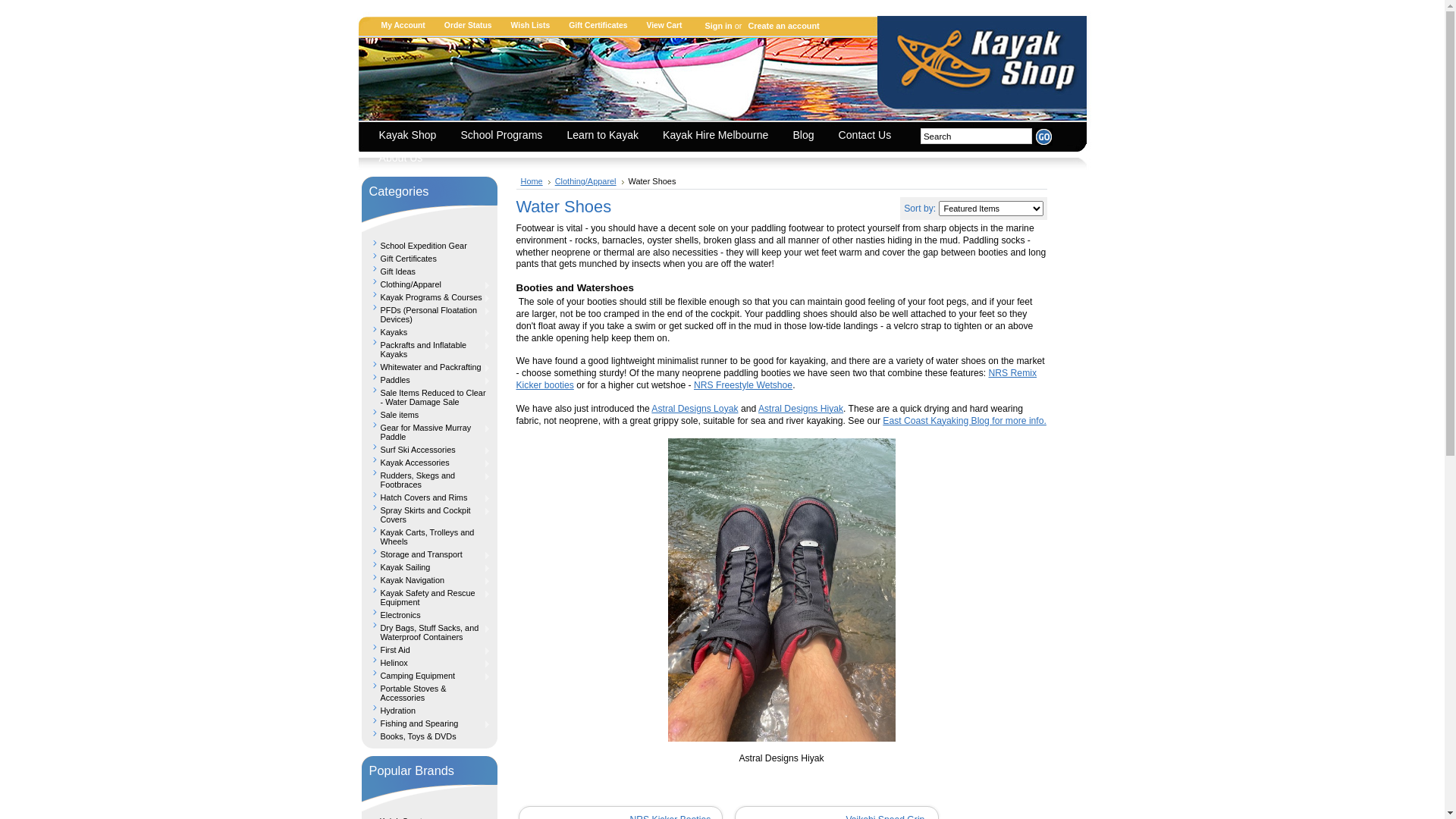 The width and height of the screenshot is (1456, 819). I want to click on 'Create an account', so click(743, 26).